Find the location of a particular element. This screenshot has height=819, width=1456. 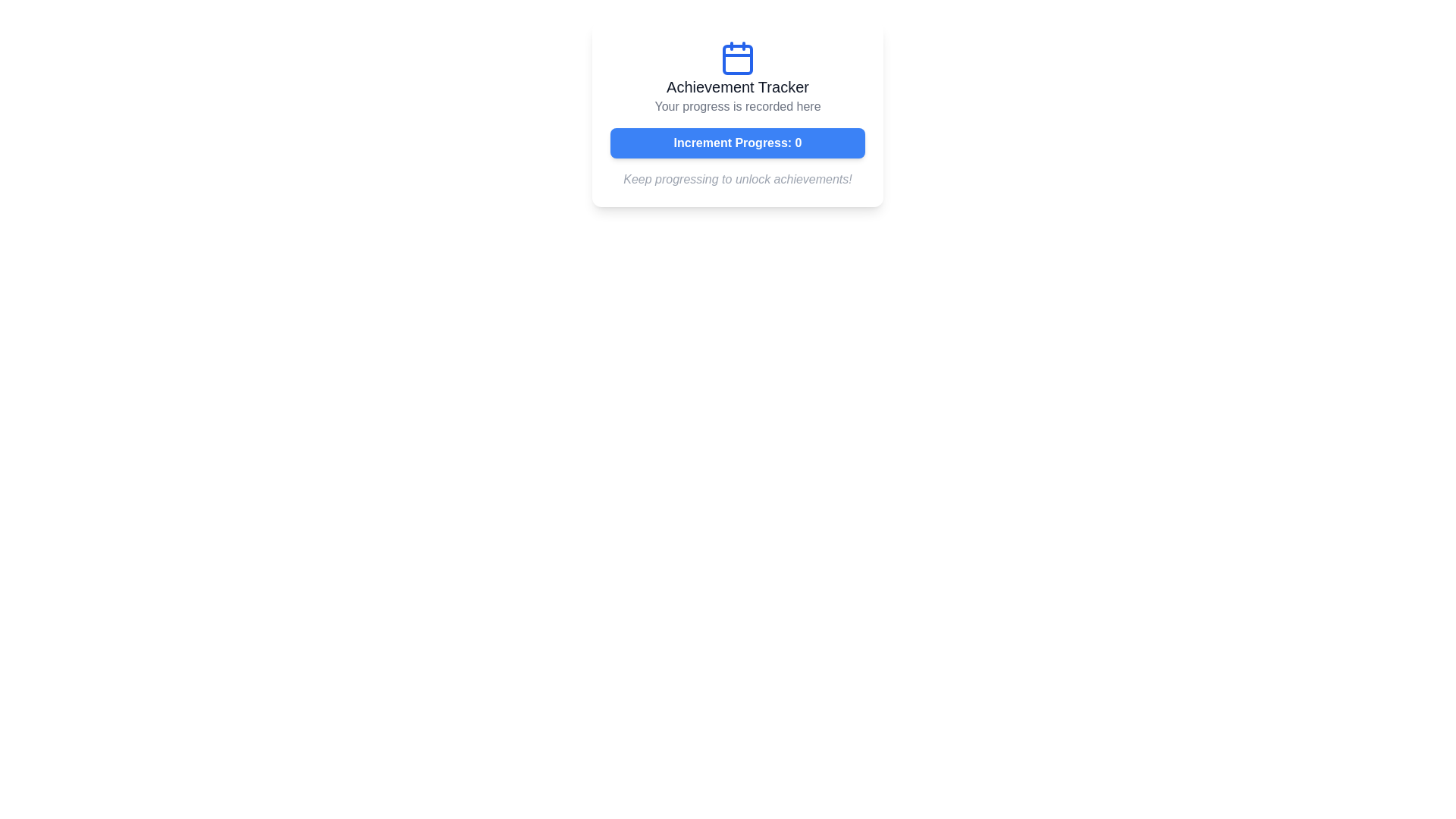

the 'Achievement Tracker' Text Label, which is styled in bold dark gray and positioned below a calendar icon and above the text 'Your progress is recorded here' is located at coordinates (738, 87).